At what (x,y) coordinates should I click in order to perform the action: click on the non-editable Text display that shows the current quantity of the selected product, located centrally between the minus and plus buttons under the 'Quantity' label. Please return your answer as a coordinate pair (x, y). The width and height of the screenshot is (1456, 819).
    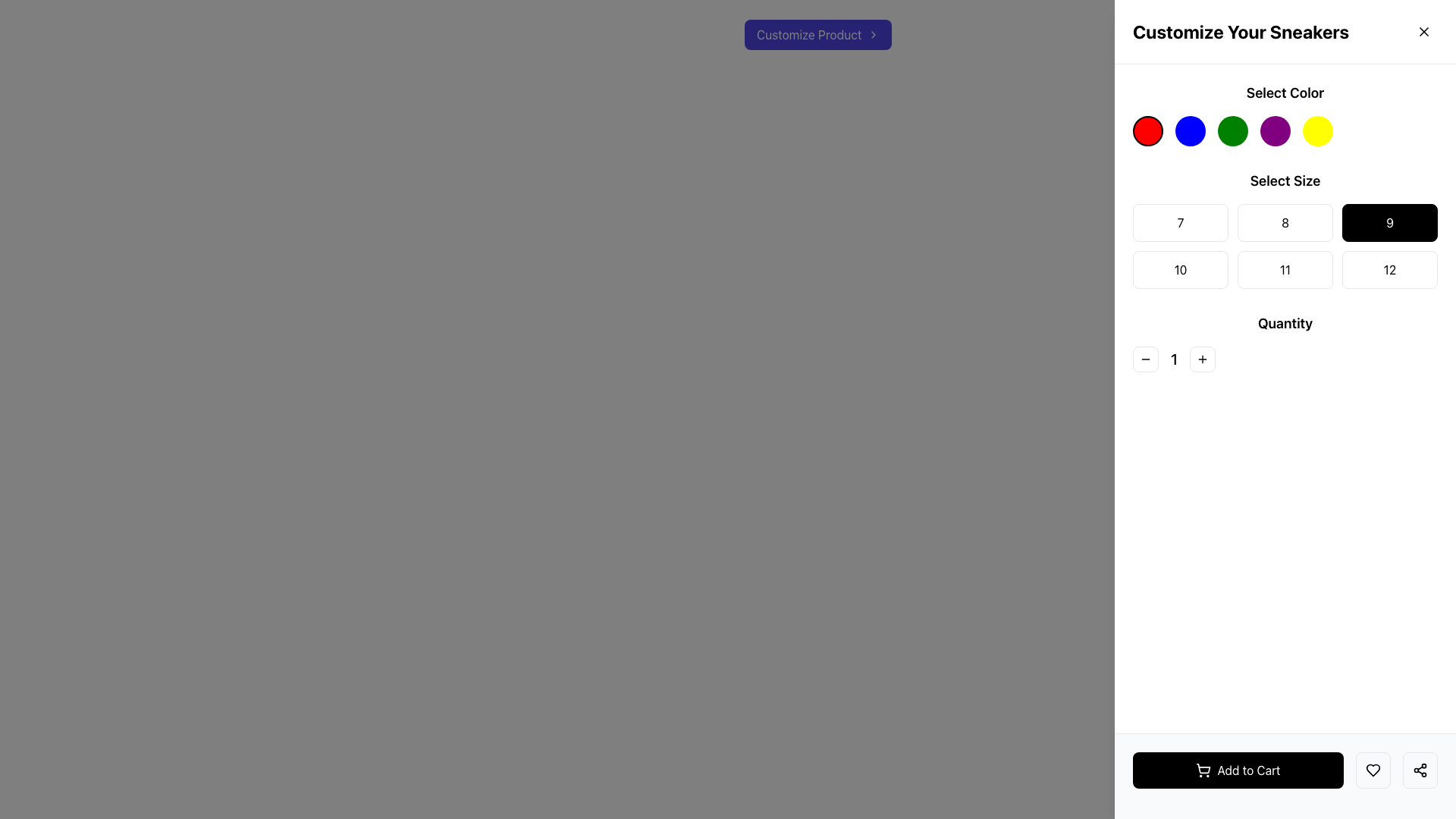
    Looking at the image, I should click on (1173, 359).